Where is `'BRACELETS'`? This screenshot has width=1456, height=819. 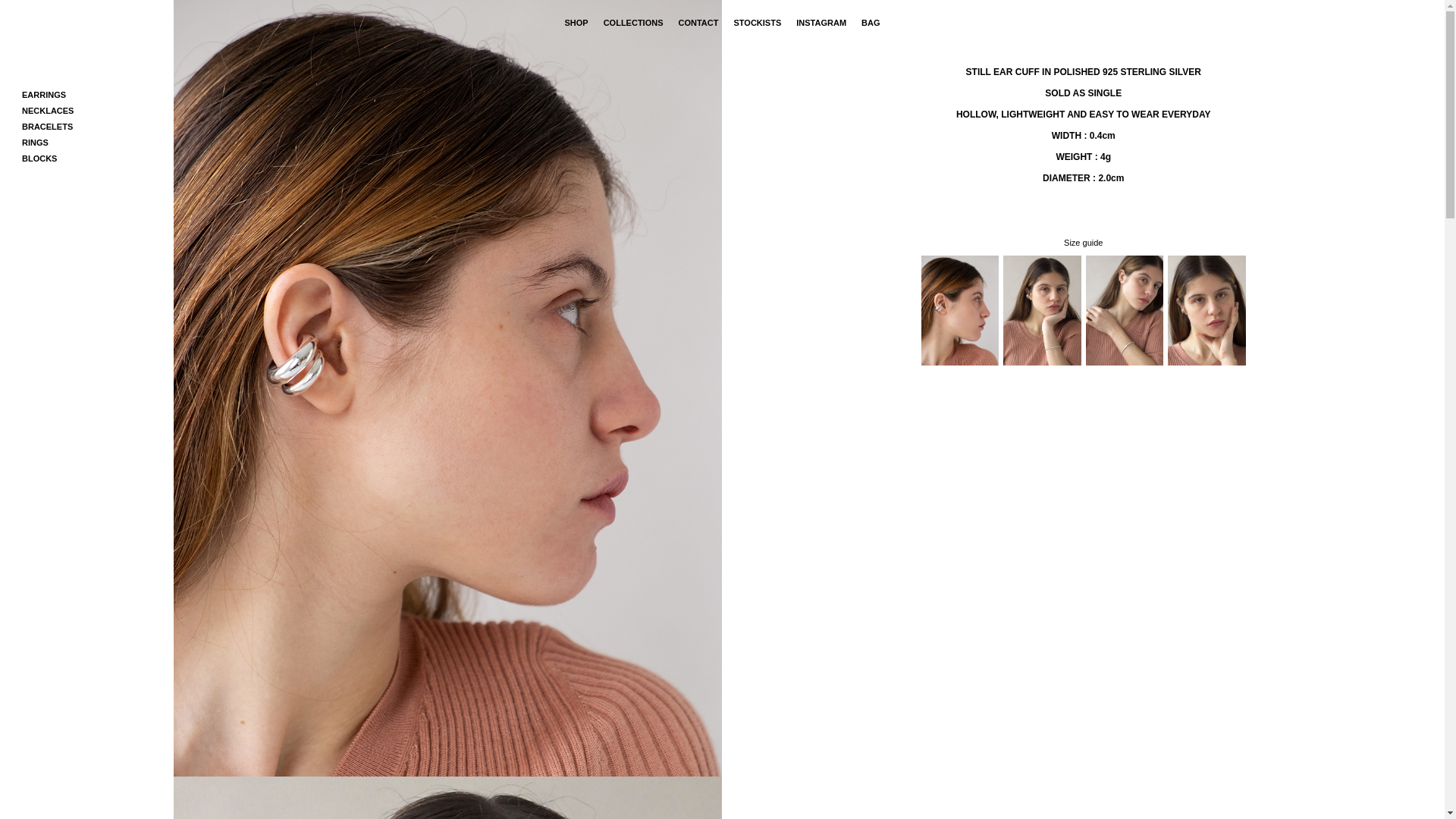 'BRACELETS' is located at coordinates (47, 125).